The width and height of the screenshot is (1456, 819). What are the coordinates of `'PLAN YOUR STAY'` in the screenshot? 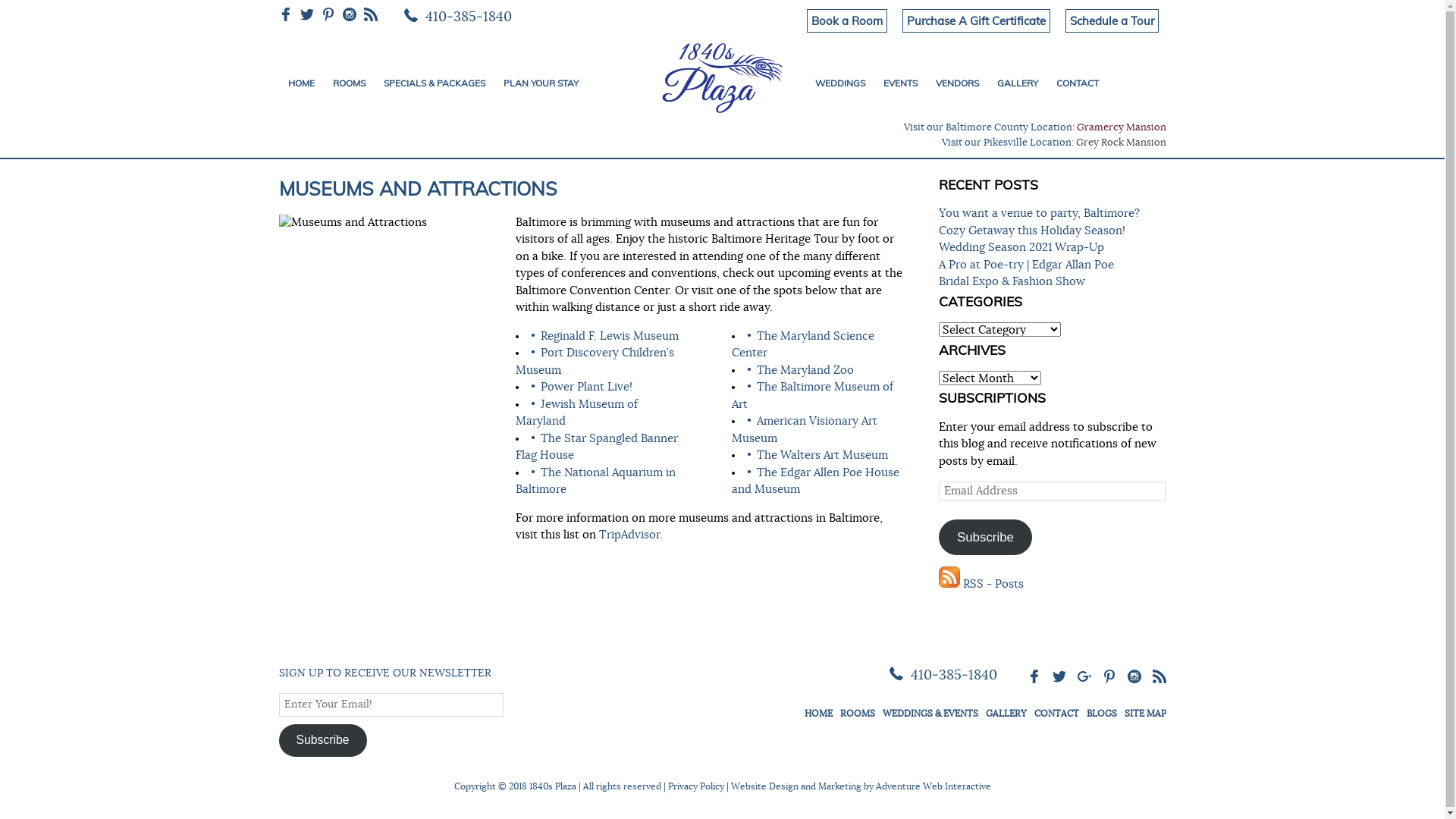 It's located at (541, 83).